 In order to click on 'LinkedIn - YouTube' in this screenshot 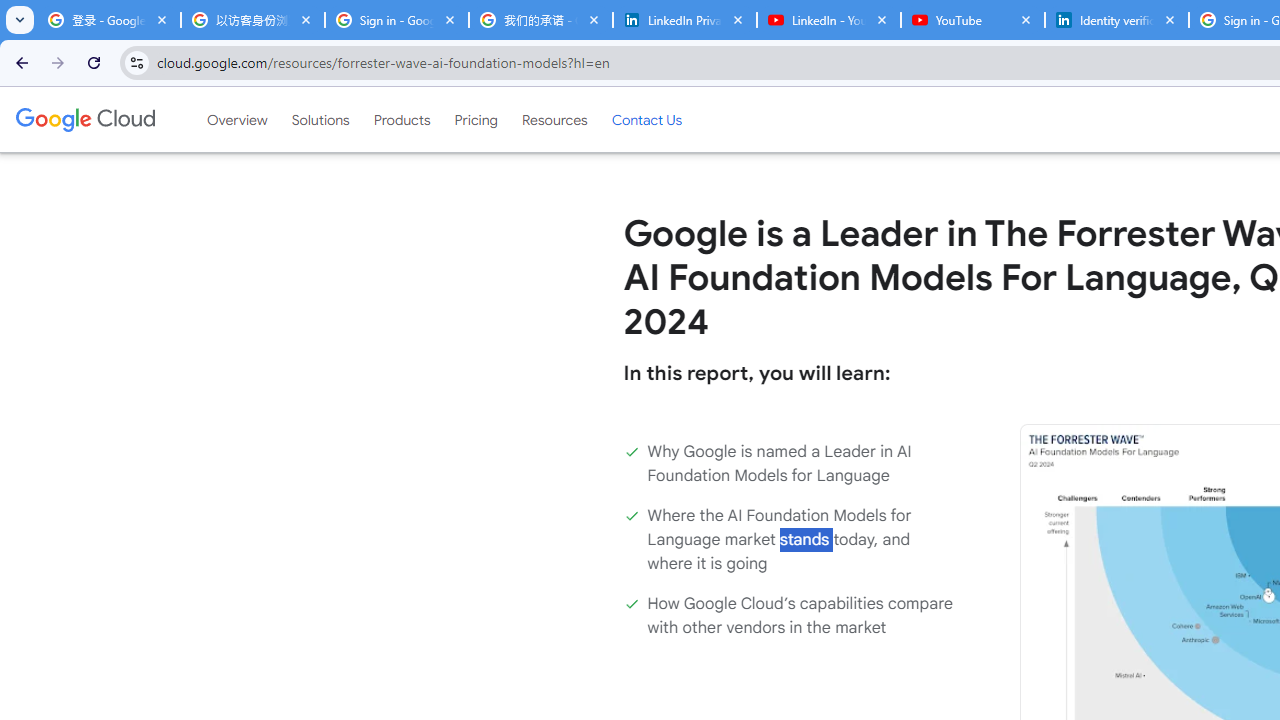, I will do `click(828, 20)`.